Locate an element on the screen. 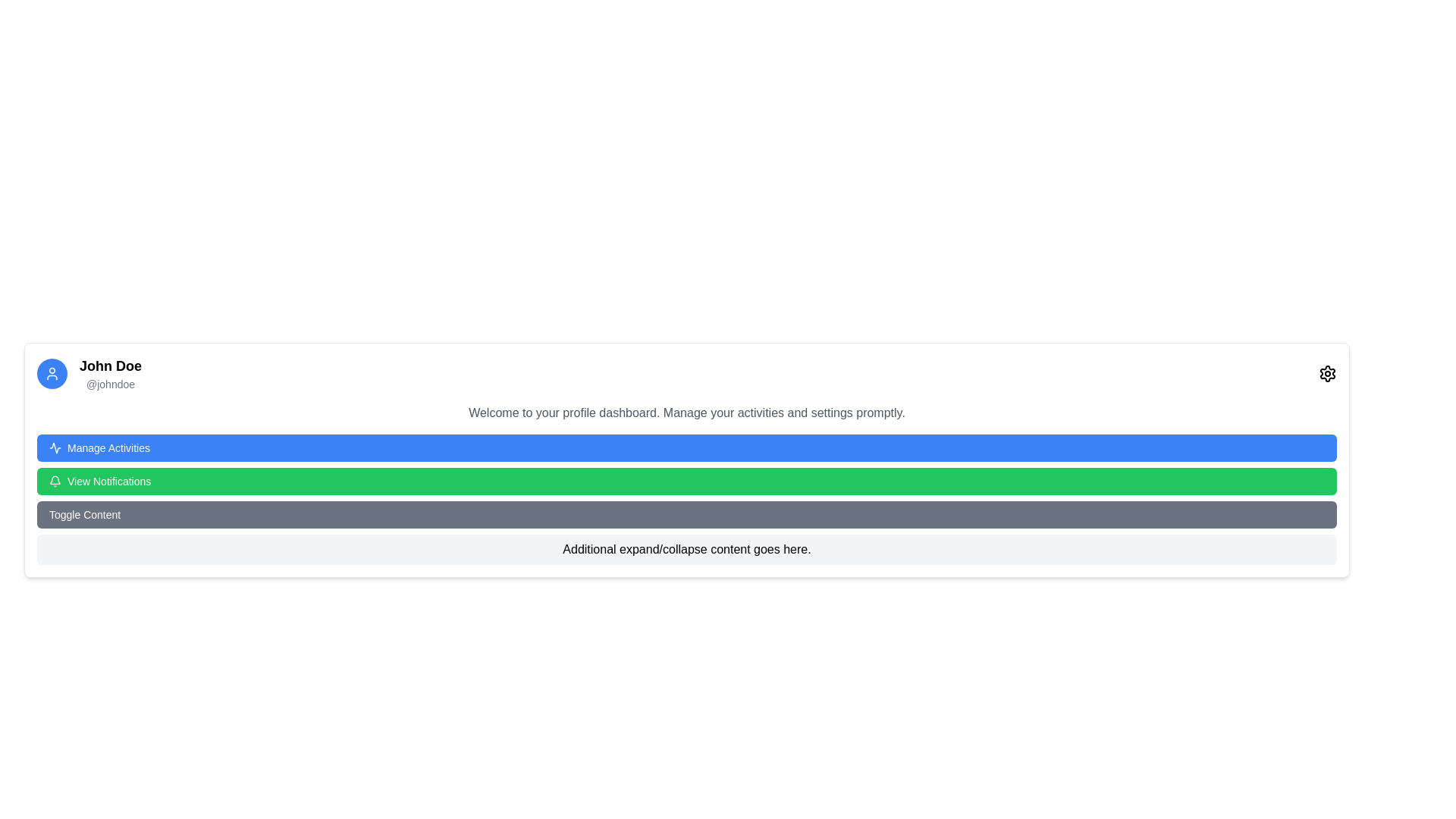 Image resolution: width=1456 pixels, height=819 pixels. the user silhouette icon with a blue background located in the profile section, positioned at the top-left corner, for identification purposes is located at coordinates (52, 374).